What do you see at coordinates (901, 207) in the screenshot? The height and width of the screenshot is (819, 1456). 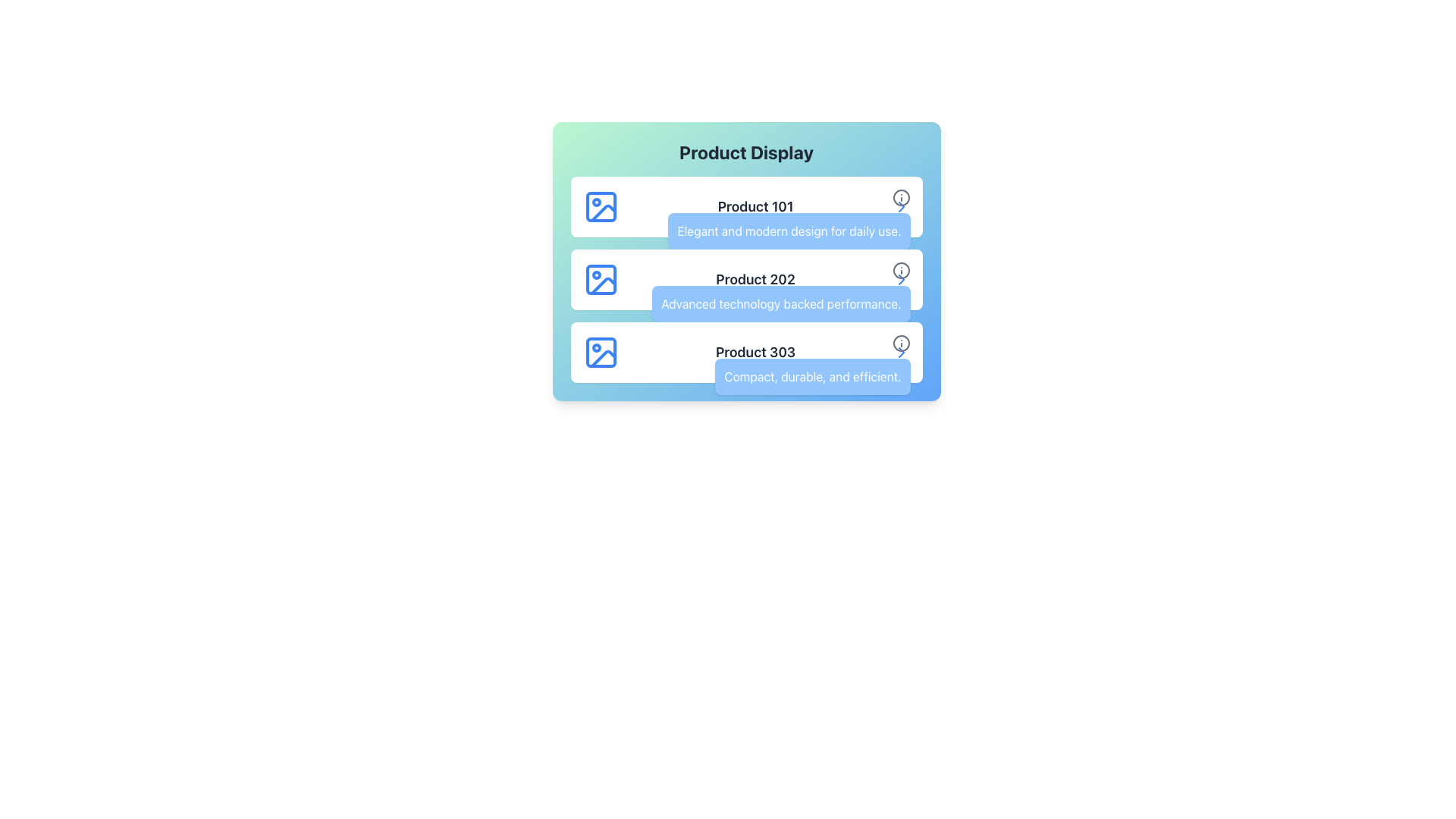 I see `the Chevron Icon located in the first row of the list adjacent to 'Product 101'` at bounding box center [901, 207].